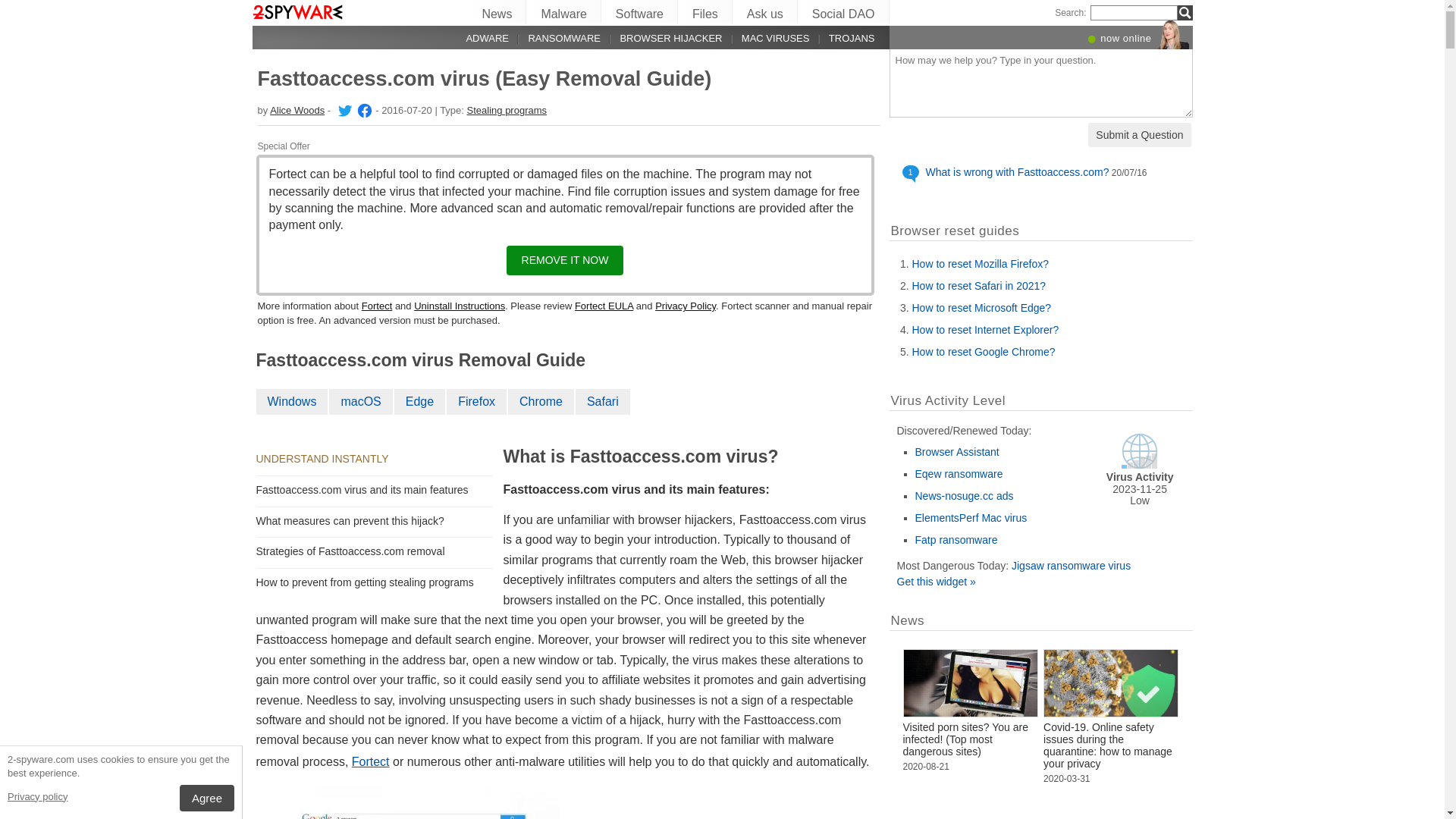 The image size is (1456, 819). Describe the element at coordinates (1139, 464) in the screenshot. I see `'Virus Activity'` at that location.